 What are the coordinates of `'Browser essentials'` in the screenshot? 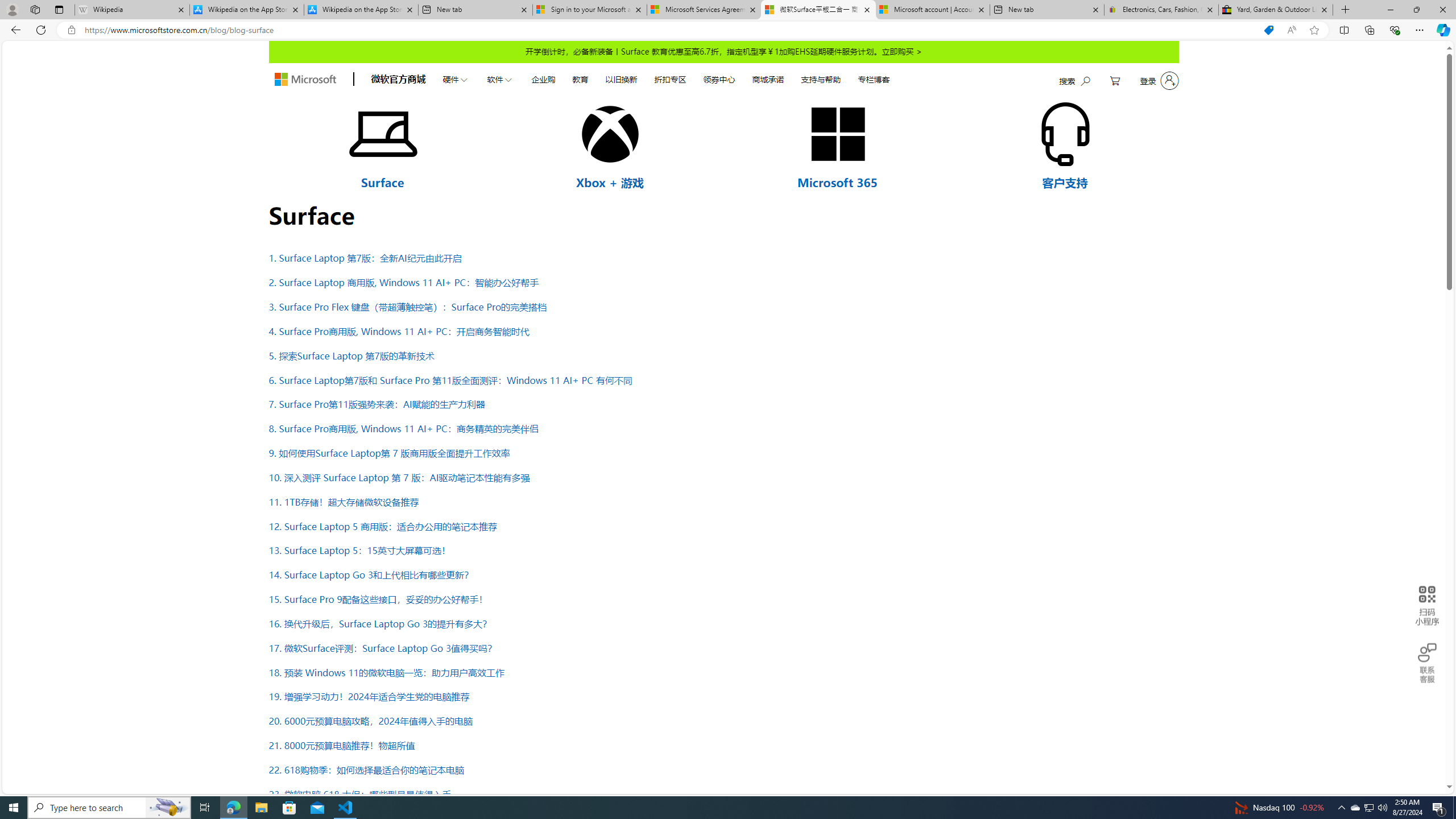 It's located at (1394, 29).